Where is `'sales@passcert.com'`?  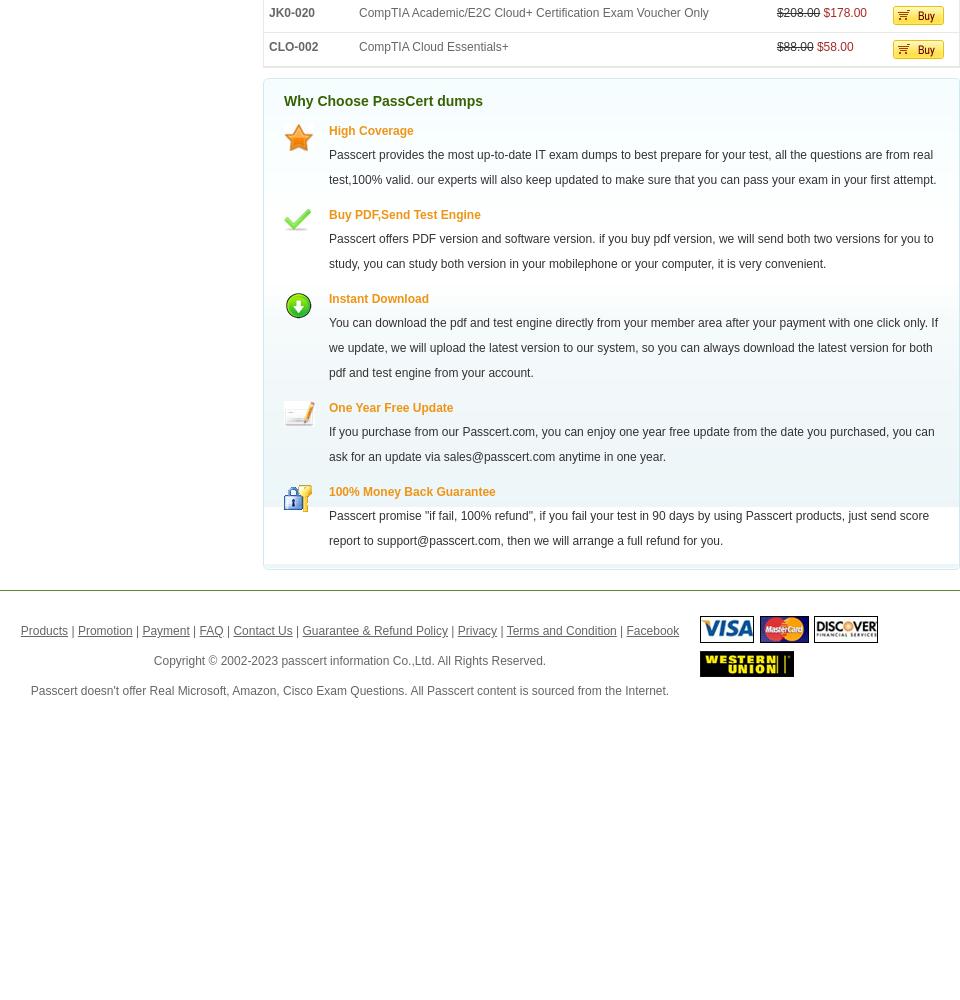 'sales@passcert.com' is located at coordinates (498, 456).